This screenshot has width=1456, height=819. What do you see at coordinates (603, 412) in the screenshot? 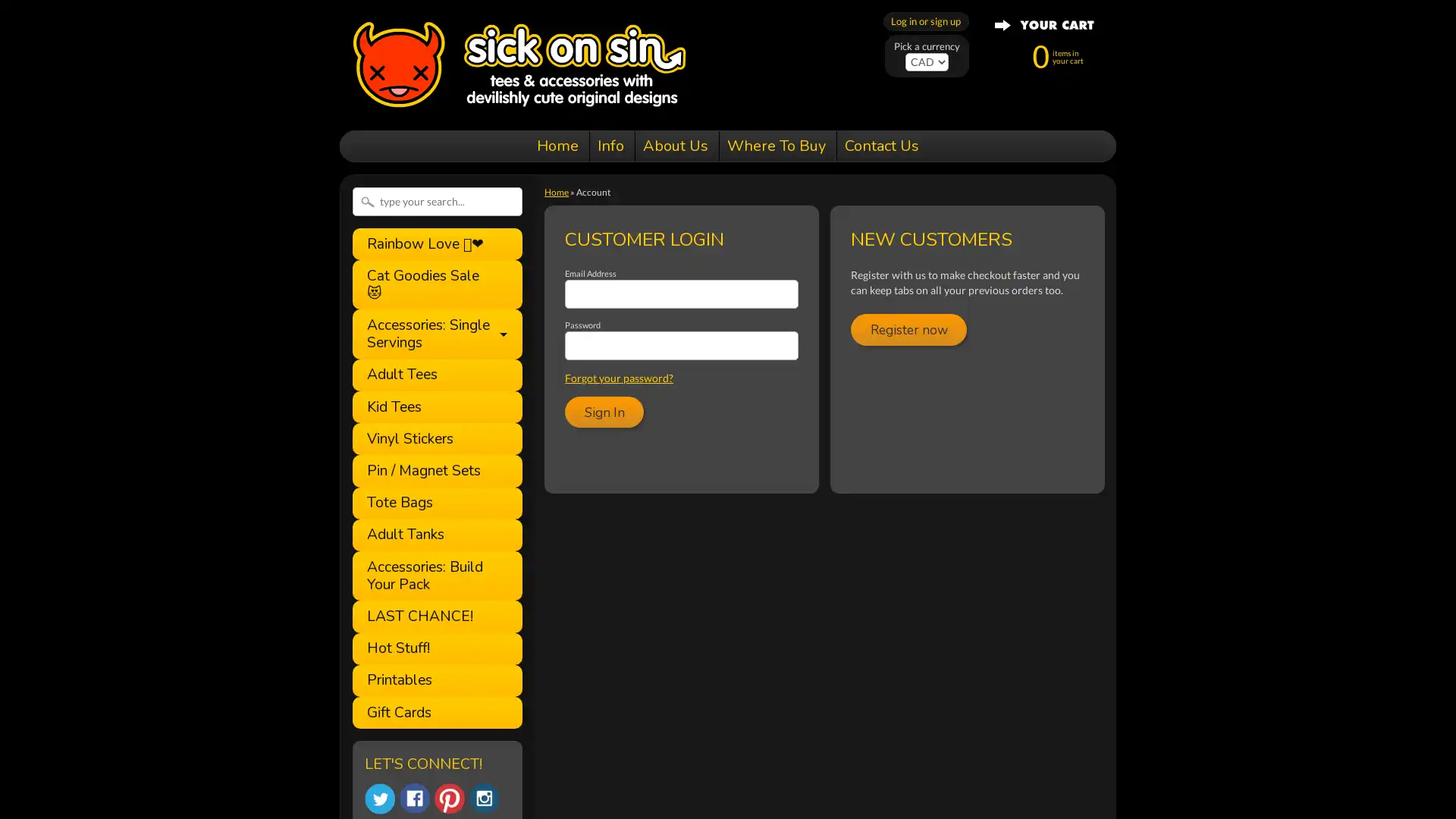
I see `Sign In` at bounding box center [603, 412].